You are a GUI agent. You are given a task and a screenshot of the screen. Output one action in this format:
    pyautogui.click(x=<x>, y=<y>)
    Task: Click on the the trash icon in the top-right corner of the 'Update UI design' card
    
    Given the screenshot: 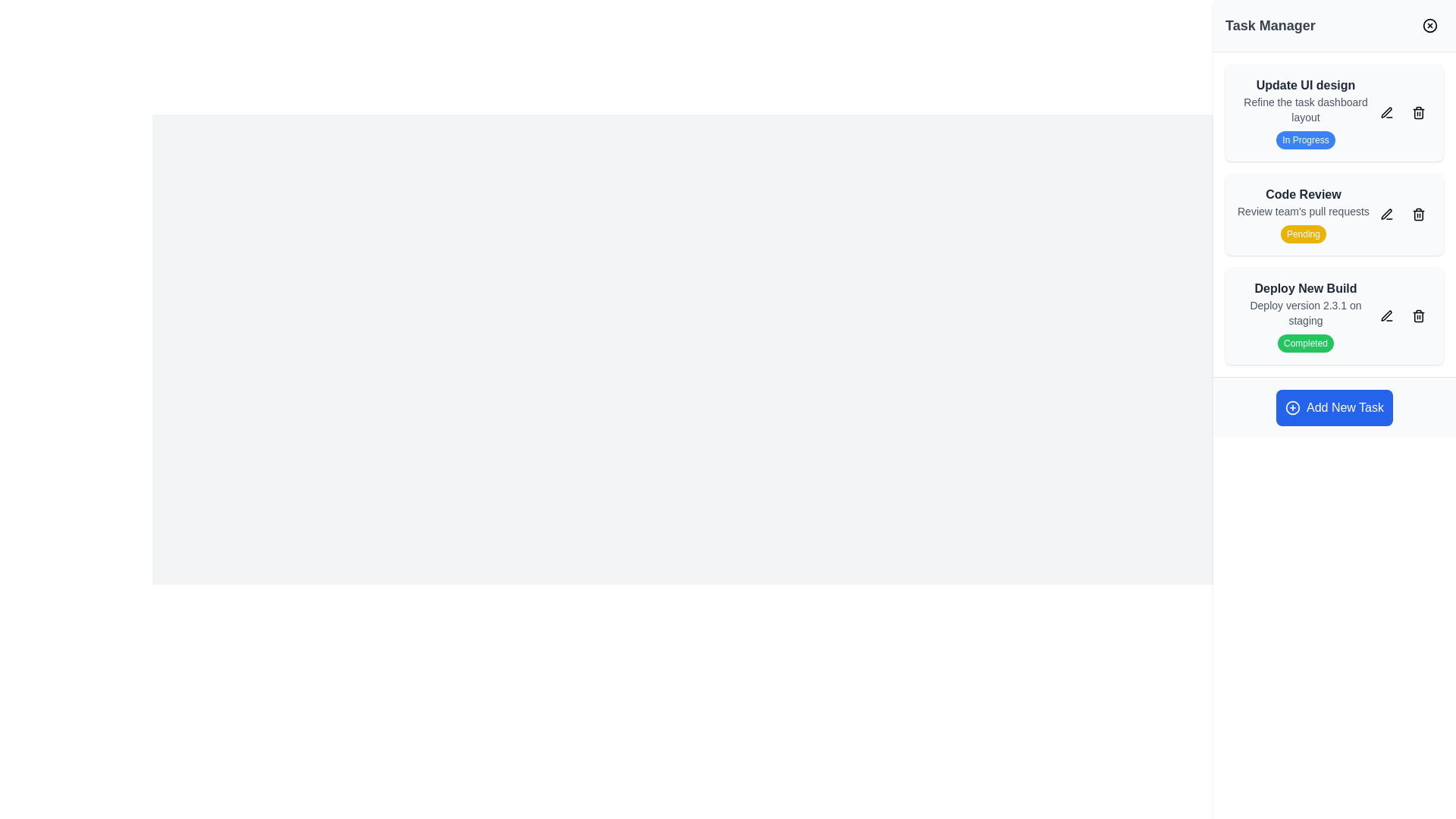 What is the action you would take?
    pyautogui.click(x=1418, y=112)
    